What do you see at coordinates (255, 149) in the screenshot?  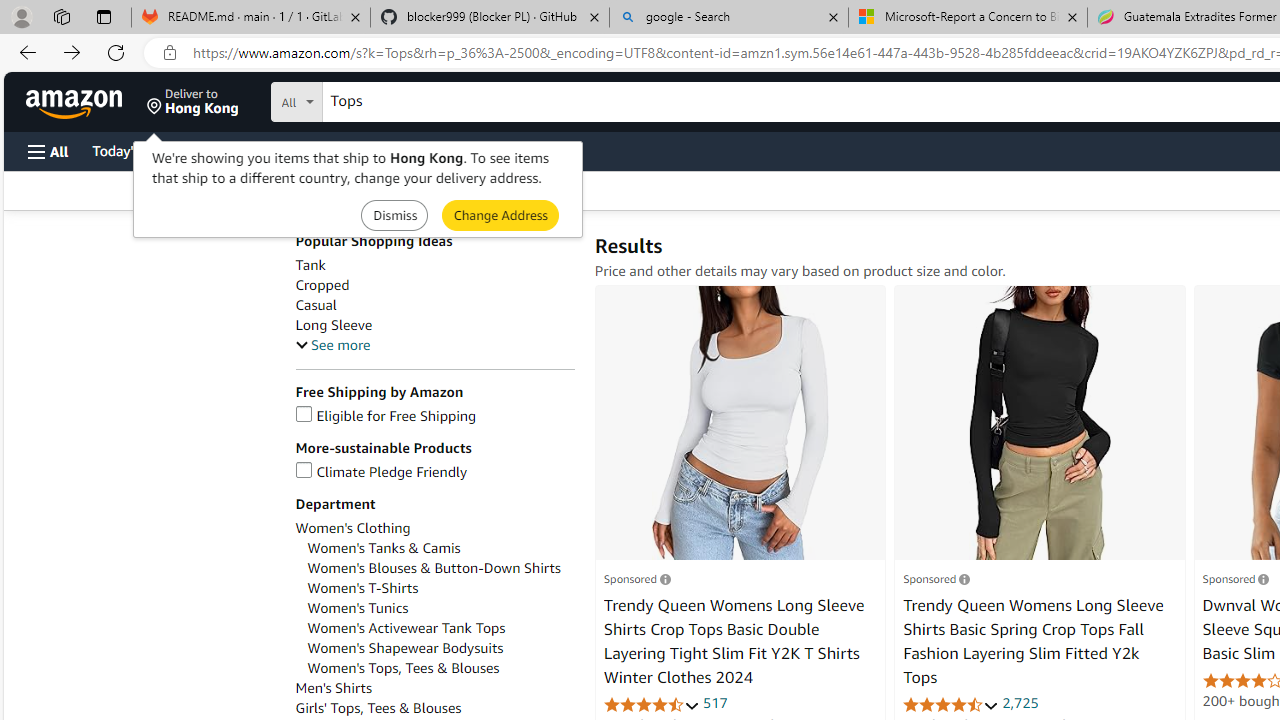 I see `'Customer Service'` at bounding box center [255, 149].